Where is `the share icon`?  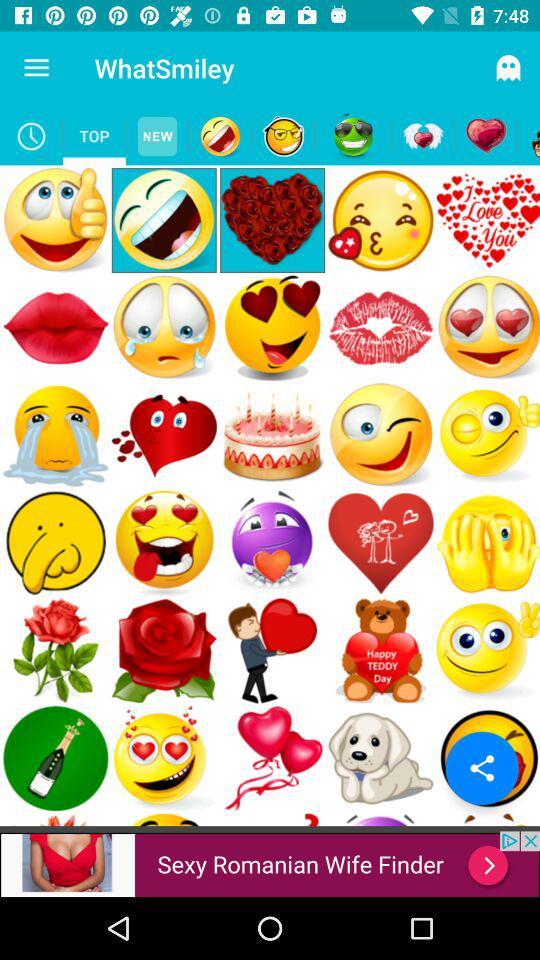 the share icon is located at coordinates (481, 767).